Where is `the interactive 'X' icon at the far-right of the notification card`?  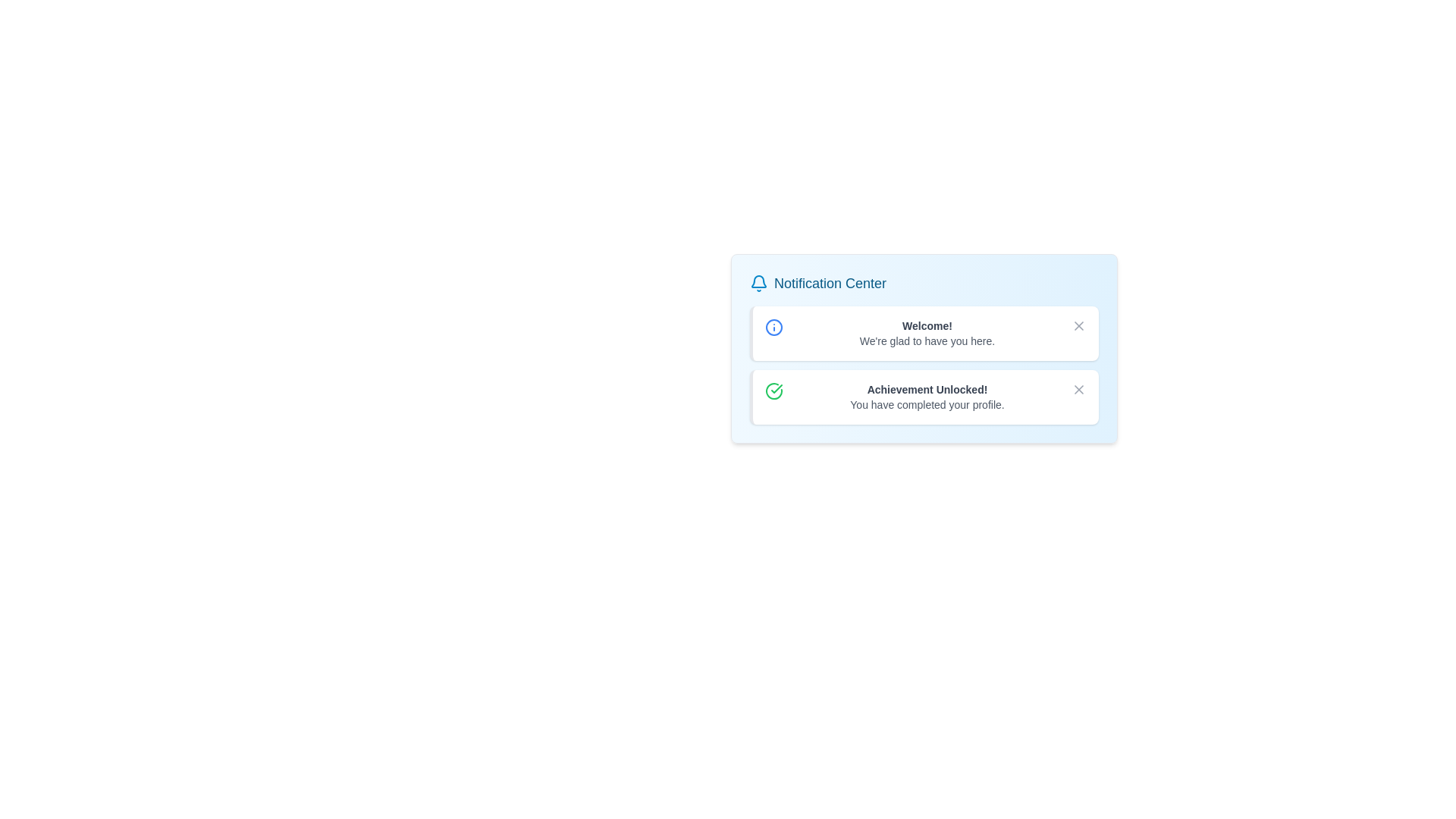 the interactive 'X' icon at the far-right of the notification card is located at coordinates (1078, 388).